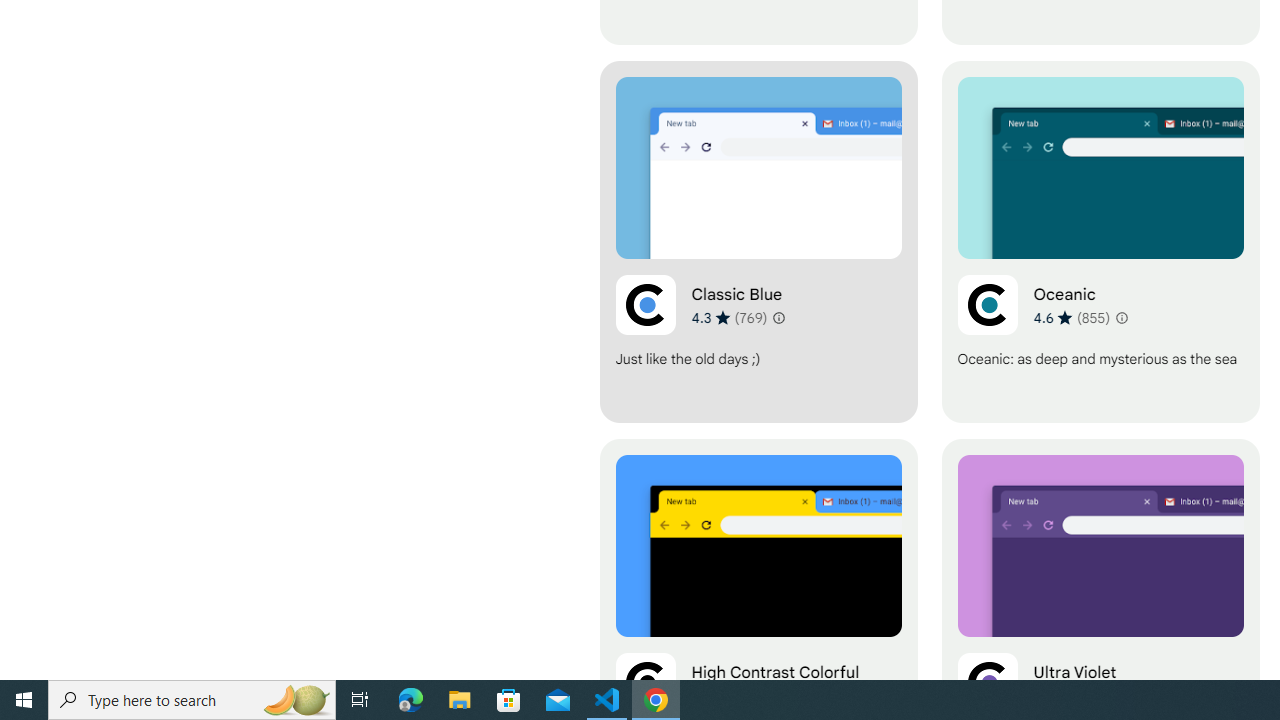 The width and height of the screenshot is (1280, 720). What do you see at coordinates (757, 241) in the screenshot?
I see `'Classic Blue'` at bounding box center [757, 241].